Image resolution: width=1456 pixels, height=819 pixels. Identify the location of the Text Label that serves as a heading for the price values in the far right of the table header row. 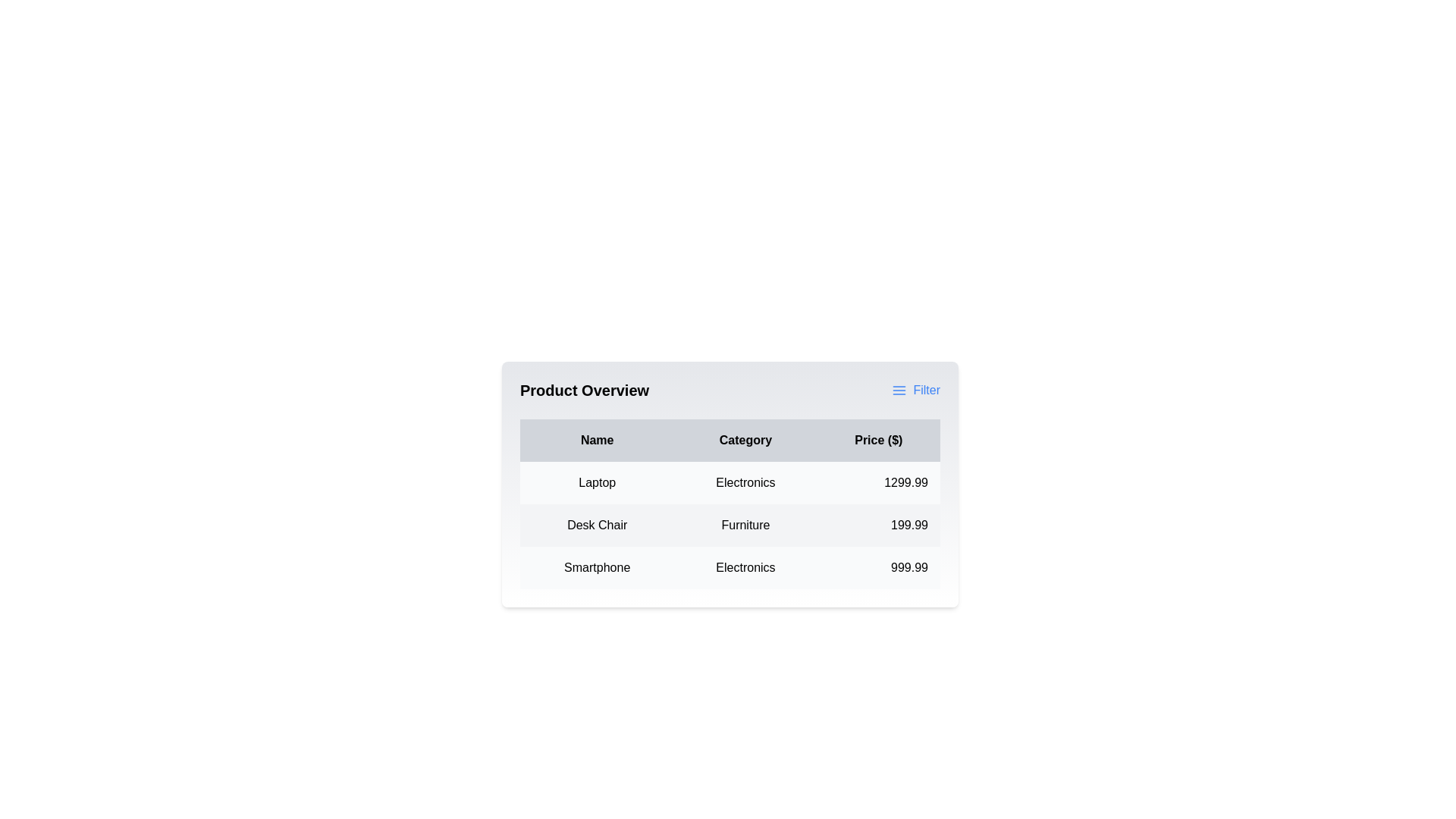
(878, 441).